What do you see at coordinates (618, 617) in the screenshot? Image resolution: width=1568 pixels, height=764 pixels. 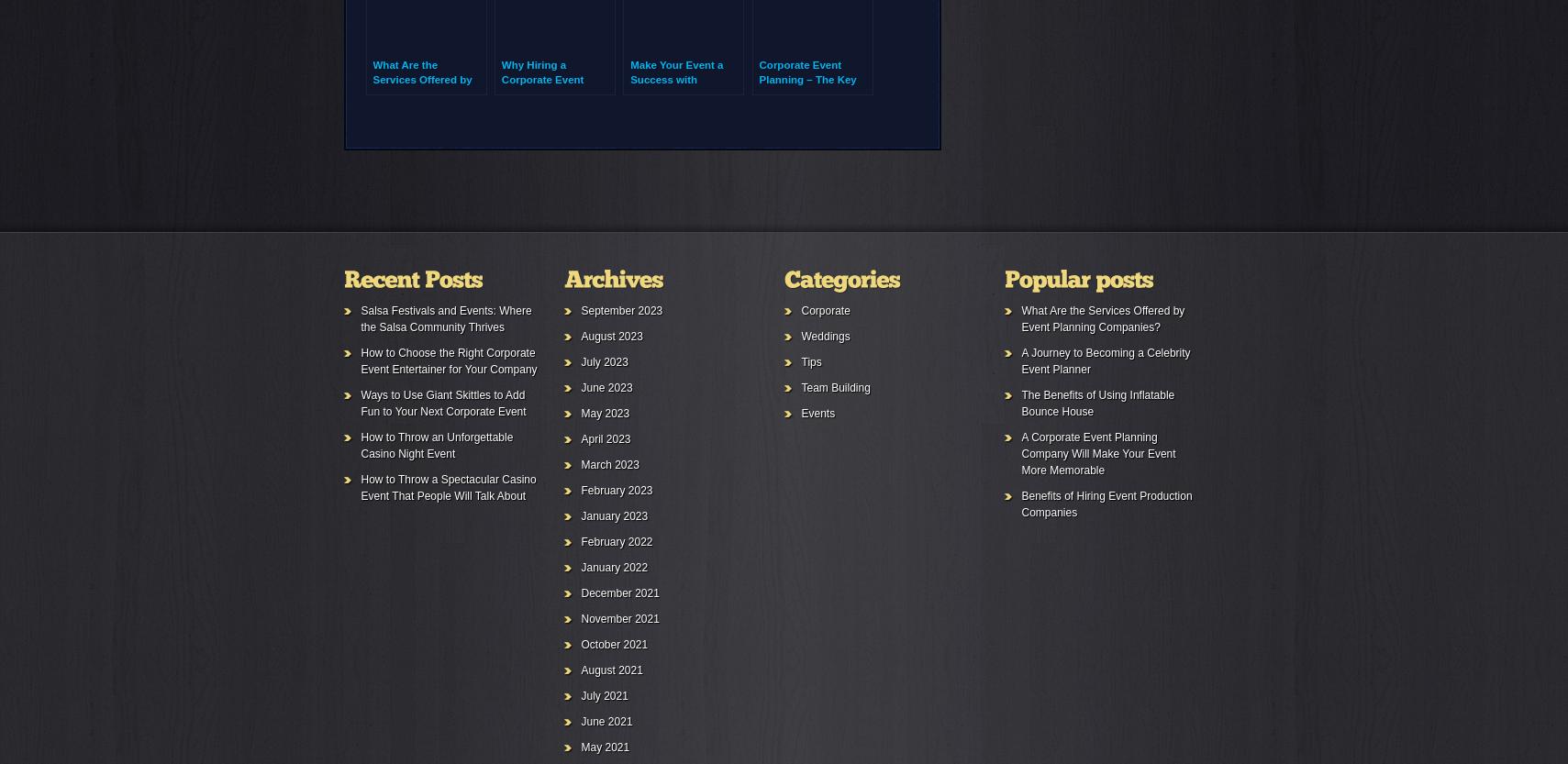 I see `'November 2021'` at bounding box center [618, 617].